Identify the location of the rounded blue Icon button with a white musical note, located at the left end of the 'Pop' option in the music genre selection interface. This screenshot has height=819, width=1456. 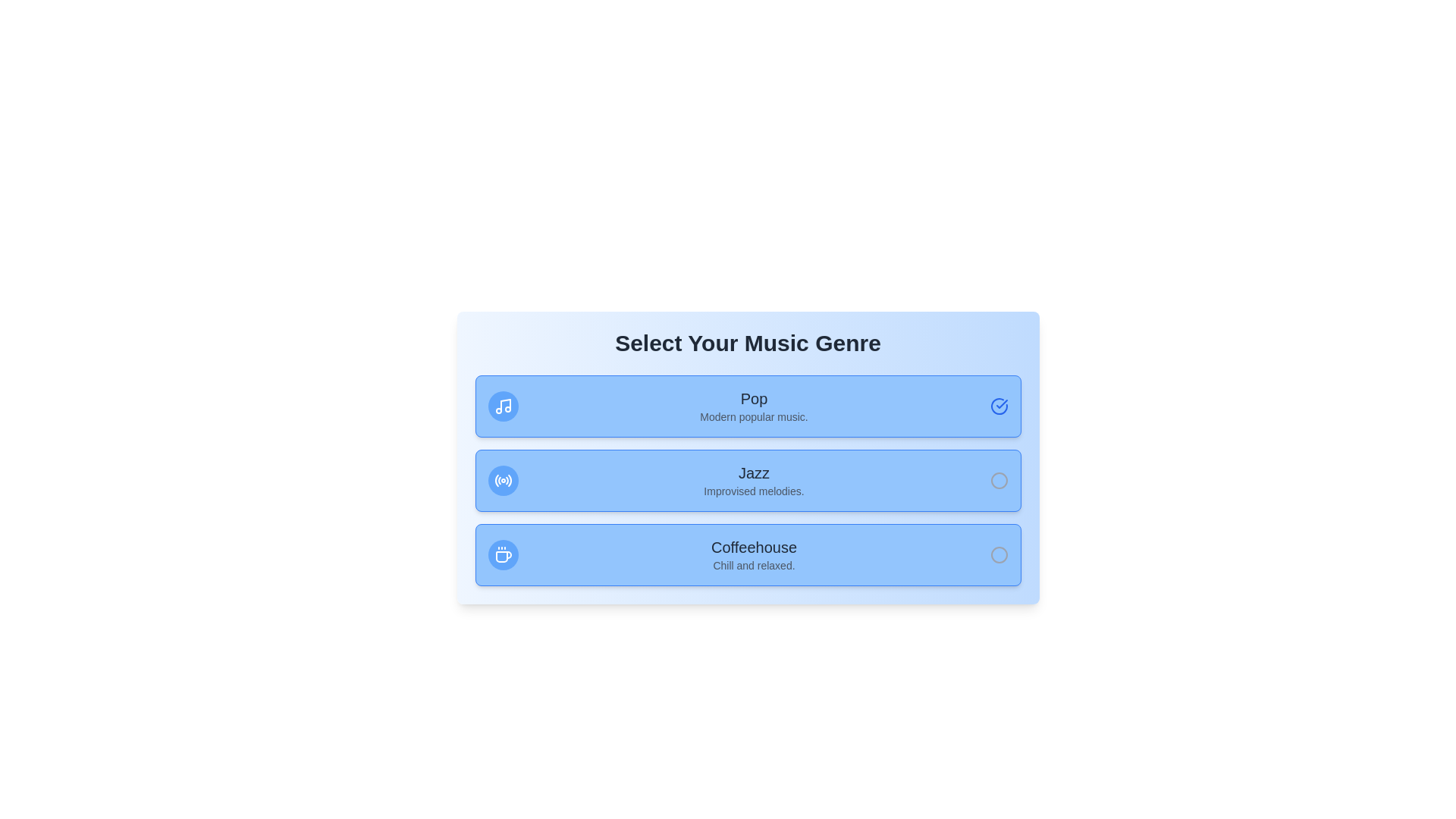
(503, 406).